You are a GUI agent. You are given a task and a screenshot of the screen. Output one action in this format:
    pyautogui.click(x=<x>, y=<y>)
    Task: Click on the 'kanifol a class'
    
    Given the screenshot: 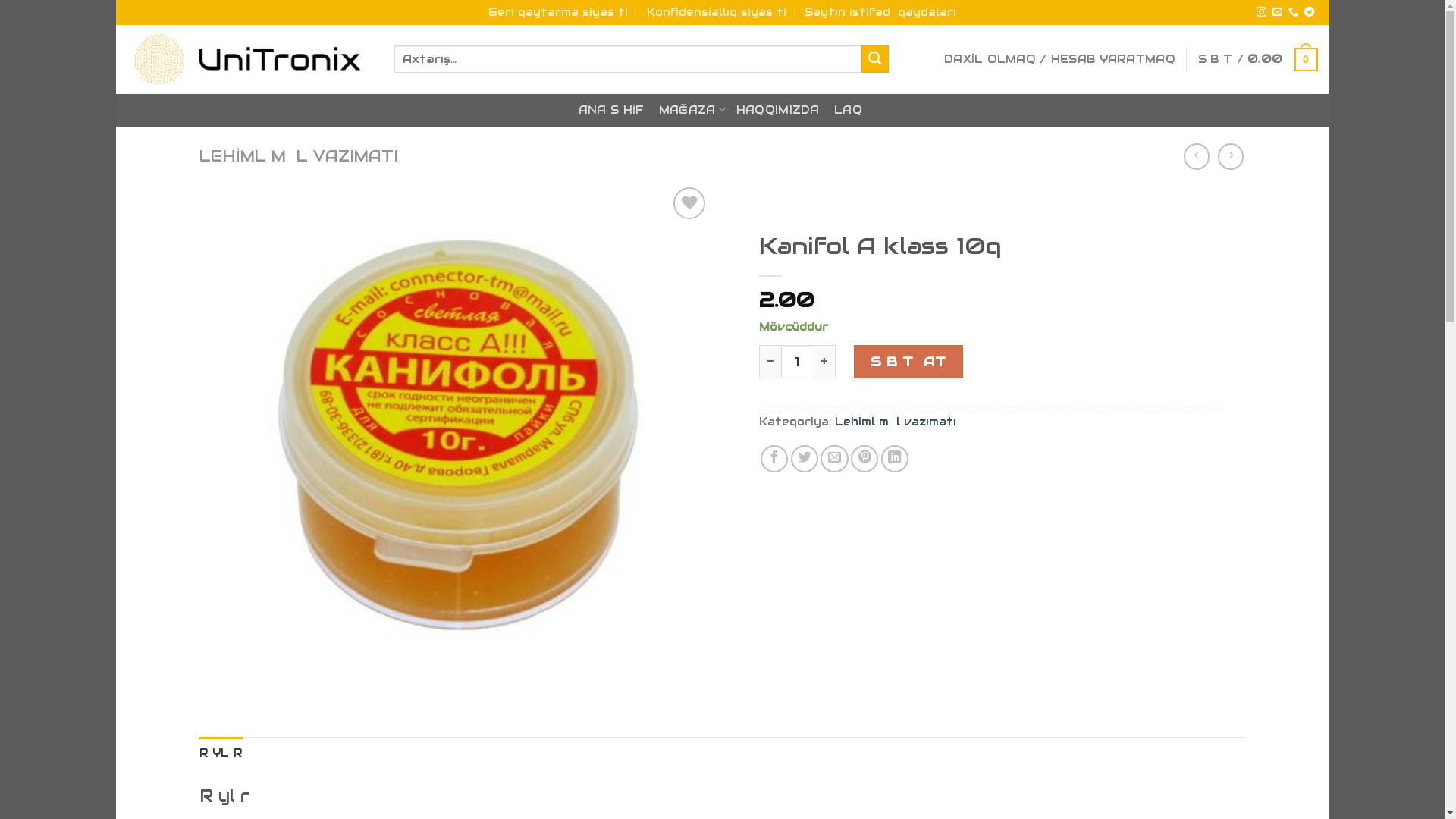 What is the action you would take?
    pyautogui.click(x=453, y=439)
    